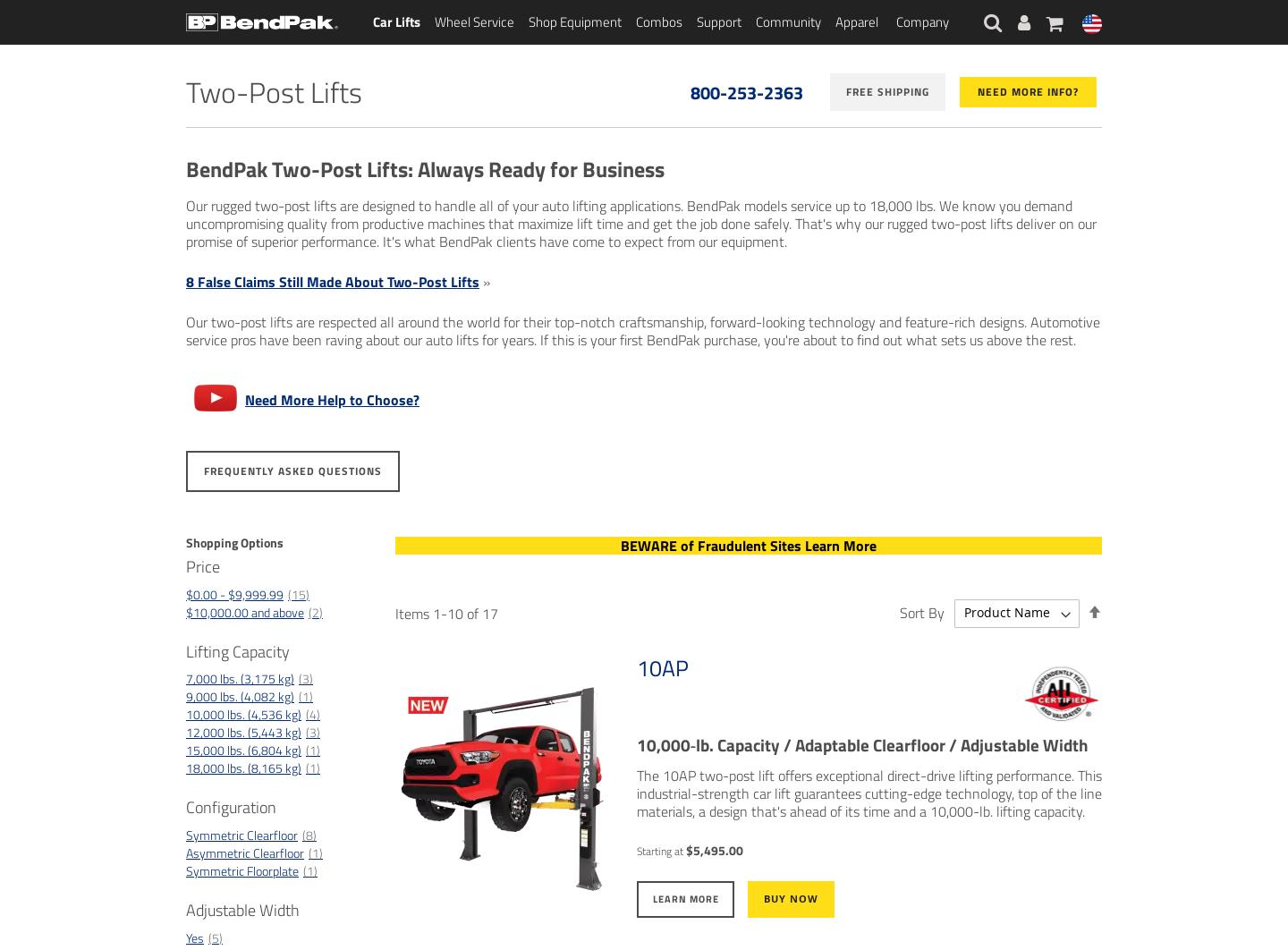  Describe the element at coordinates (195, 937) in the screenshot. I see `'Yes'` at that location.